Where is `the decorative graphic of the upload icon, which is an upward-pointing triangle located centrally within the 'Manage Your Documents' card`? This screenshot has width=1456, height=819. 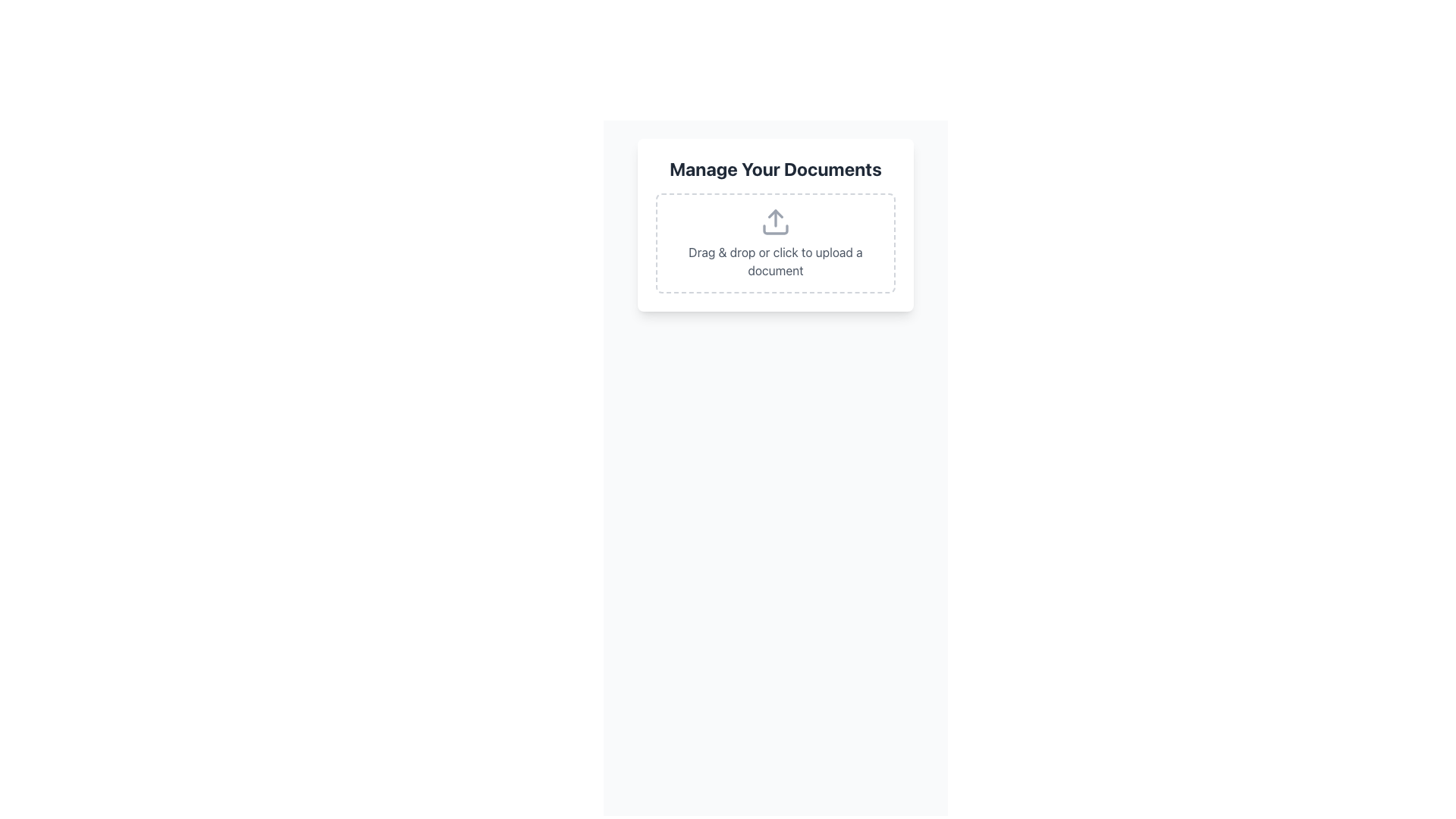
the decorative graphic of the upload icon, which is an upward-pointing triangle located centrally within the 'Manage Your Documents' card is located at coordinates (775, 214).